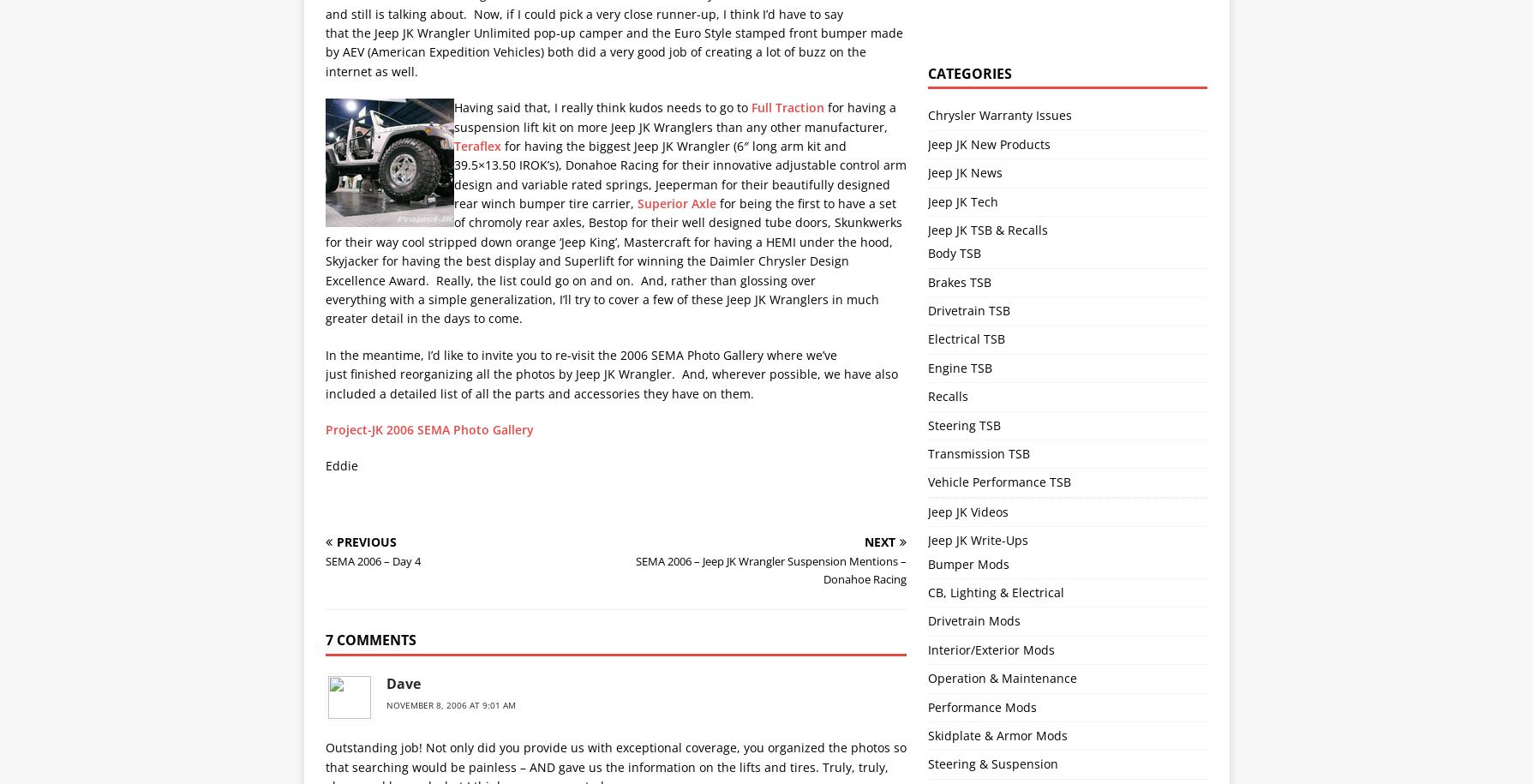 The height and width of the screenshot is (784, 1533). I want to click on 'Performance Mods', so click(981, 706).